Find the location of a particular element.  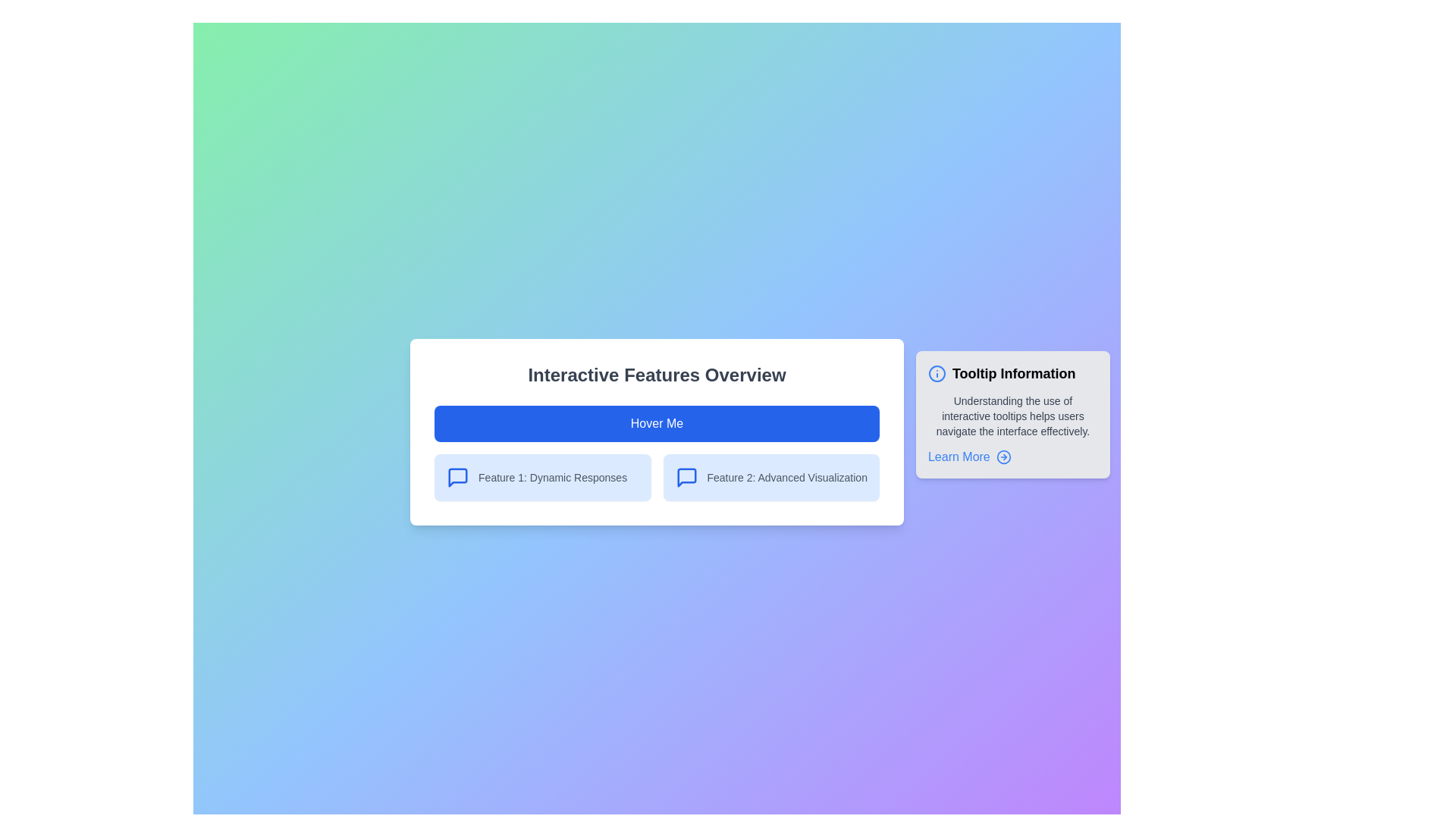

the text label that contains 'Feature 1: Dynamic Responses', which is styled in gray font and part of a horizontally laid-out card with a light blue background is located at coordinates (552, 476).